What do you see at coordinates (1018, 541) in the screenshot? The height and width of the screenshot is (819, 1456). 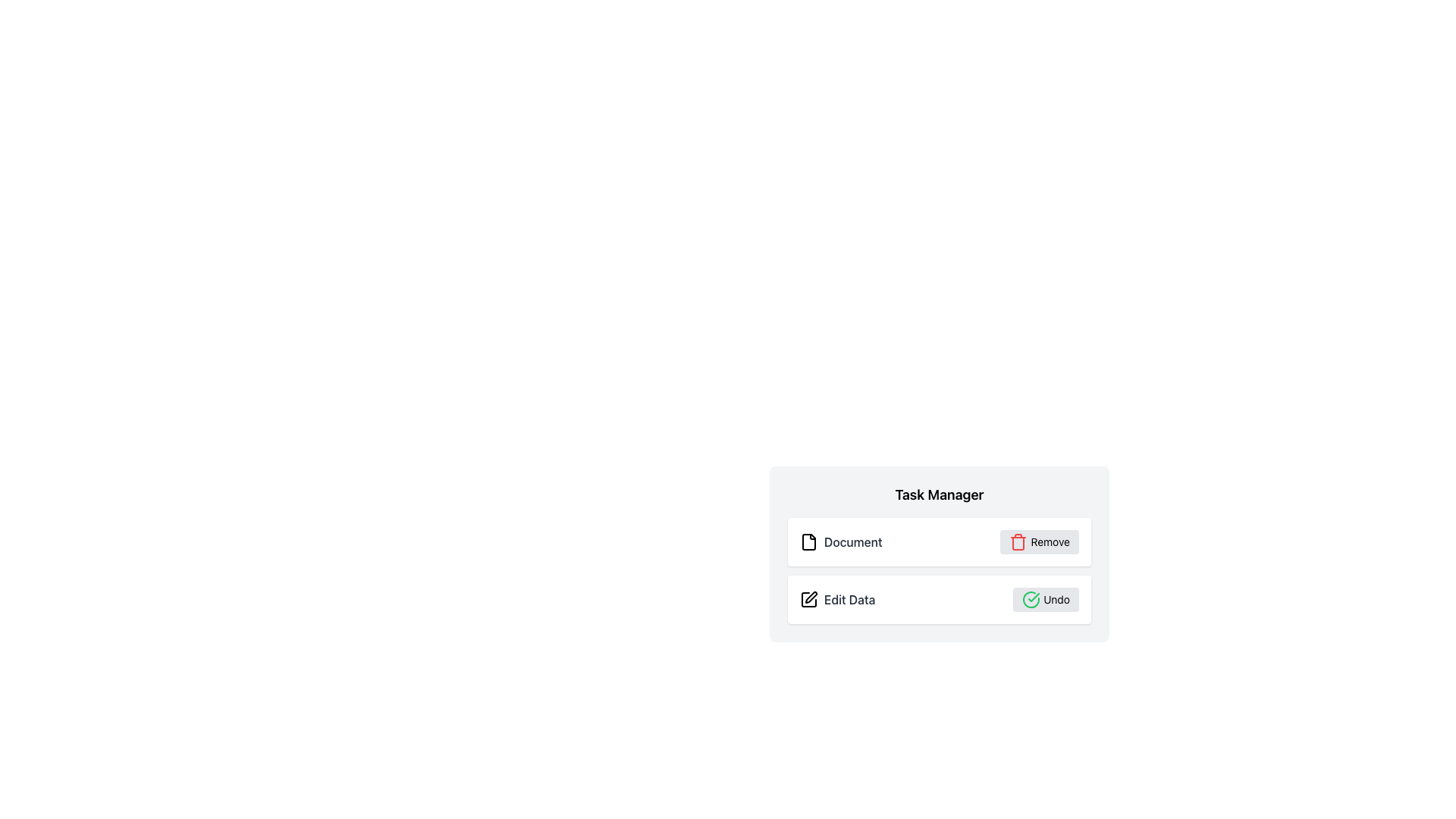 I see `the red trash can icon within the 'Remove' button in the Task Manager interface` at bounding box center [1018, 541].